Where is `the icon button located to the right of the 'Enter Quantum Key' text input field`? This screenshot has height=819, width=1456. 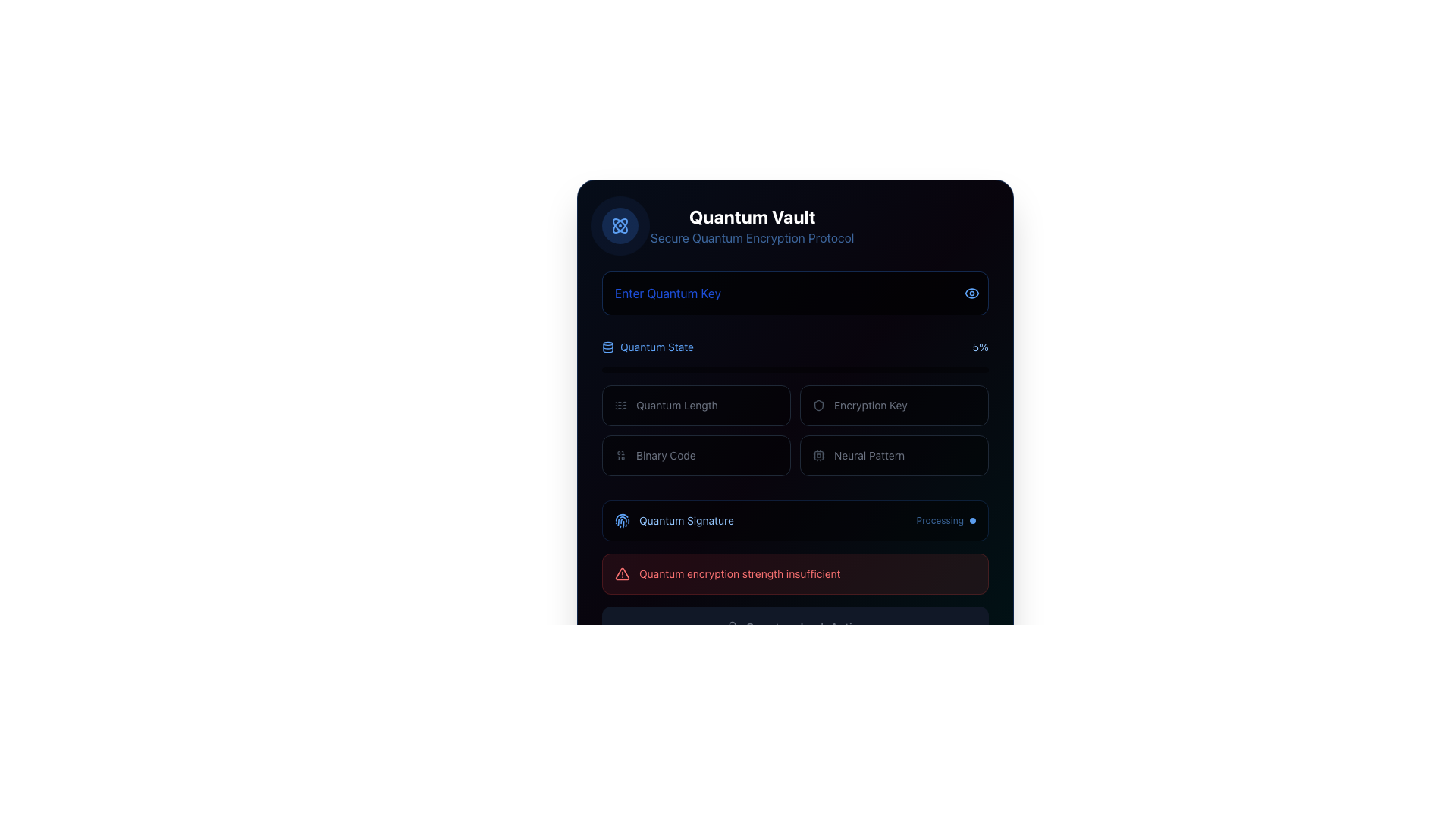
the icon button located to the right of the 'Enter Quantum Key' text input field is located at coordinates (971, 293).